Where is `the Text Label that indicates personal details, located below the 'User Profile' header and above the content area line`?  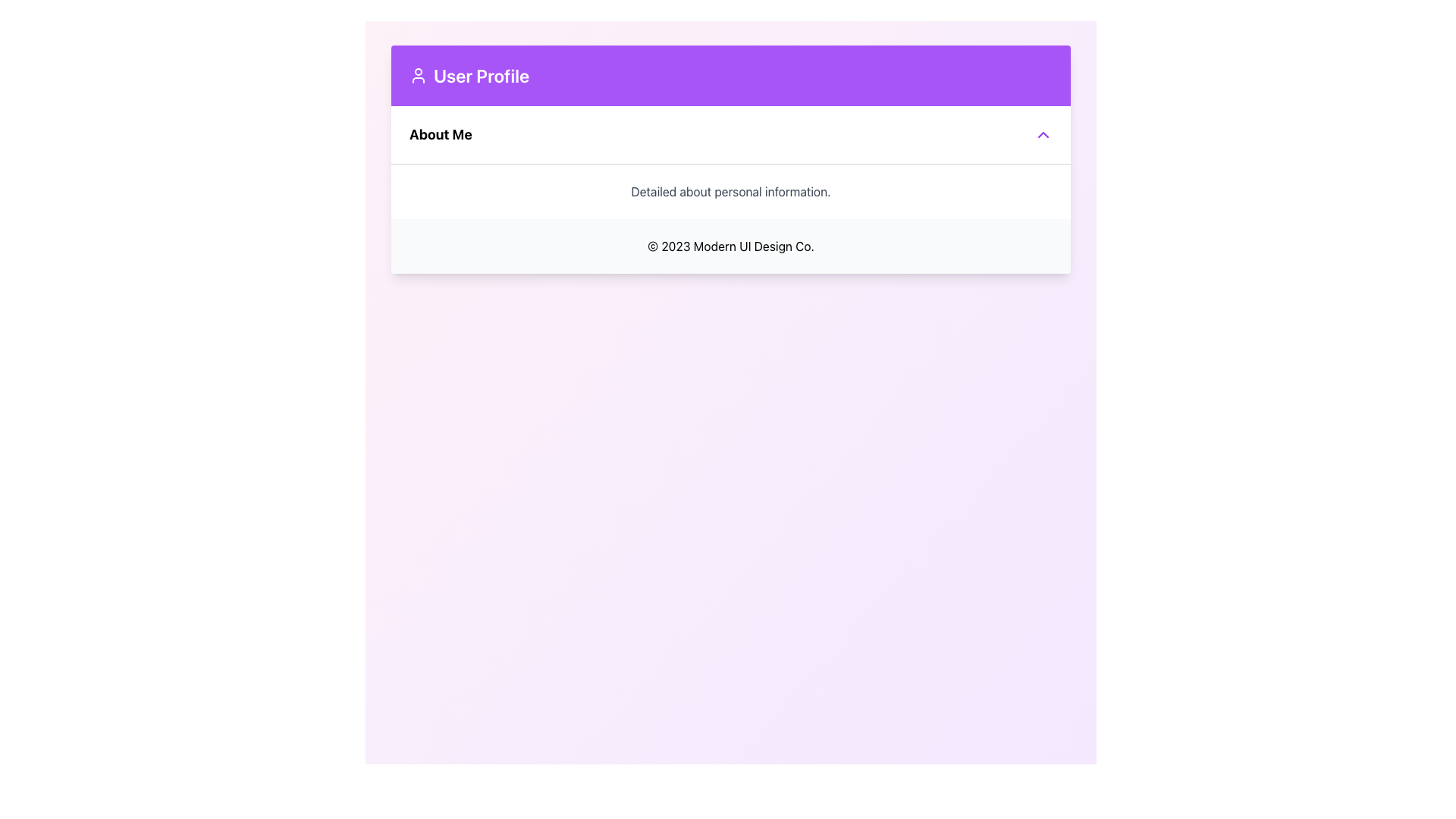
the Text Label that indicates personal details, located below the 'User Profile' header and above the content area line is located at coordinates (440, 133).